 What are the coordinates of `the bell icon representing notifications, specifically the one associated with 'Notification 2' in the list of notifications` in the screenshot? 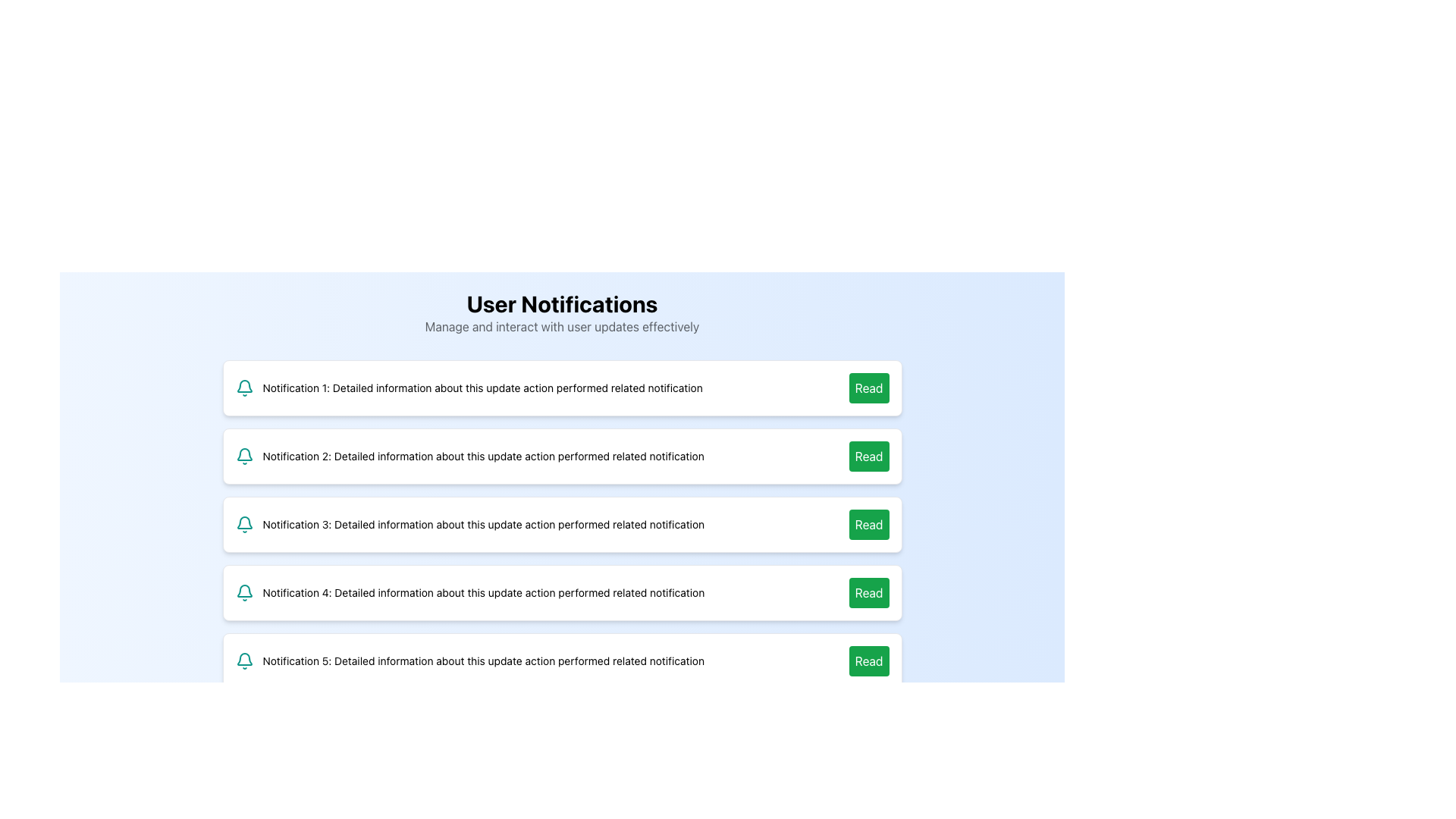 It's located at (244, 455).